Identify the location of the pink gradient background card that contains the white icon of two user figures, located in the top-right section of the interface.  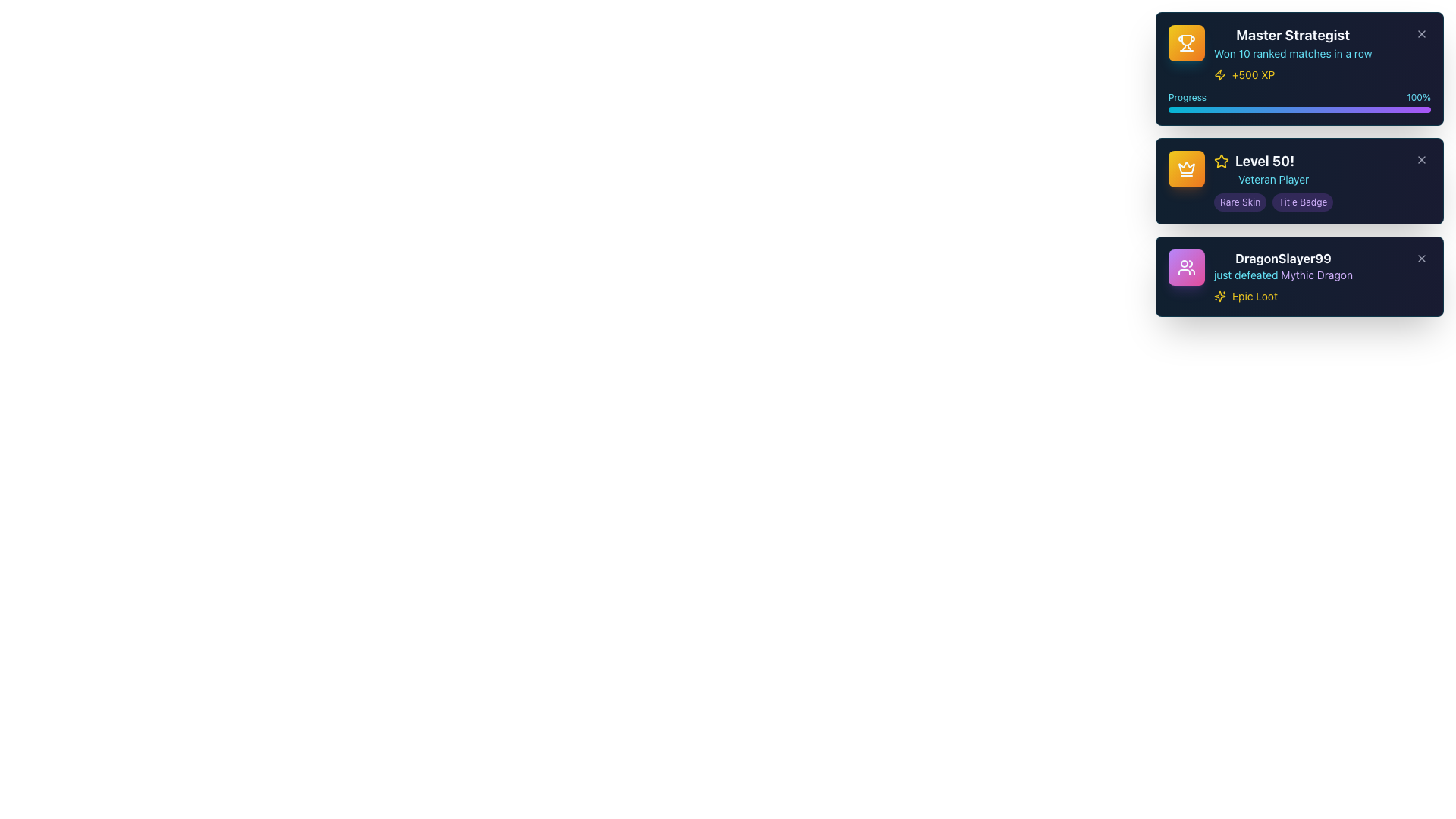
(1185, 267).